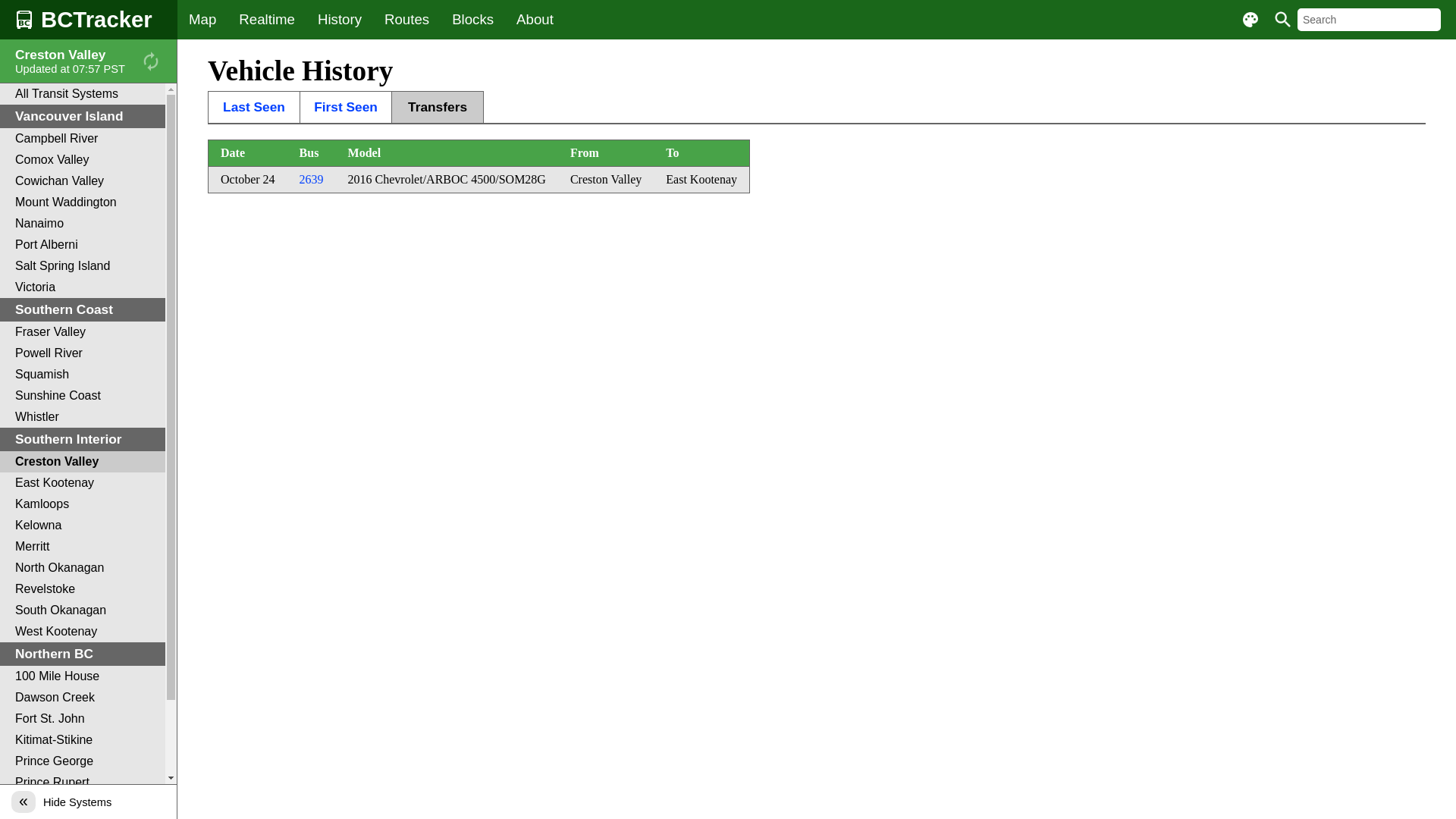 Image resolution: width=1456 pixels, height=819 pixels. What do you see at coordinates (0, 201) in the screenshot?
I see `'Mount Waddington'` at bounding box center [0, 201].